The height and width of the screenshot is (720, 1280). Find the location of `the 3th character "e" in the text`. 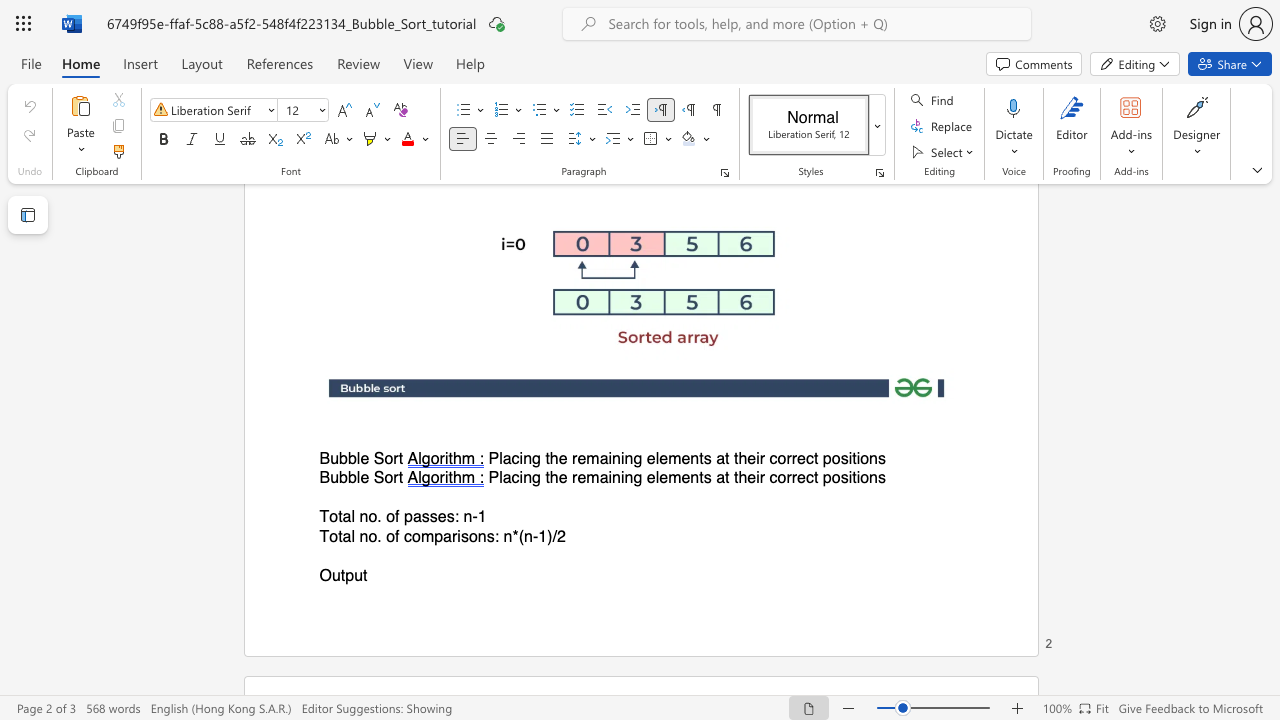

the 3th character "e" in the text is located at coordinates (651, 478).